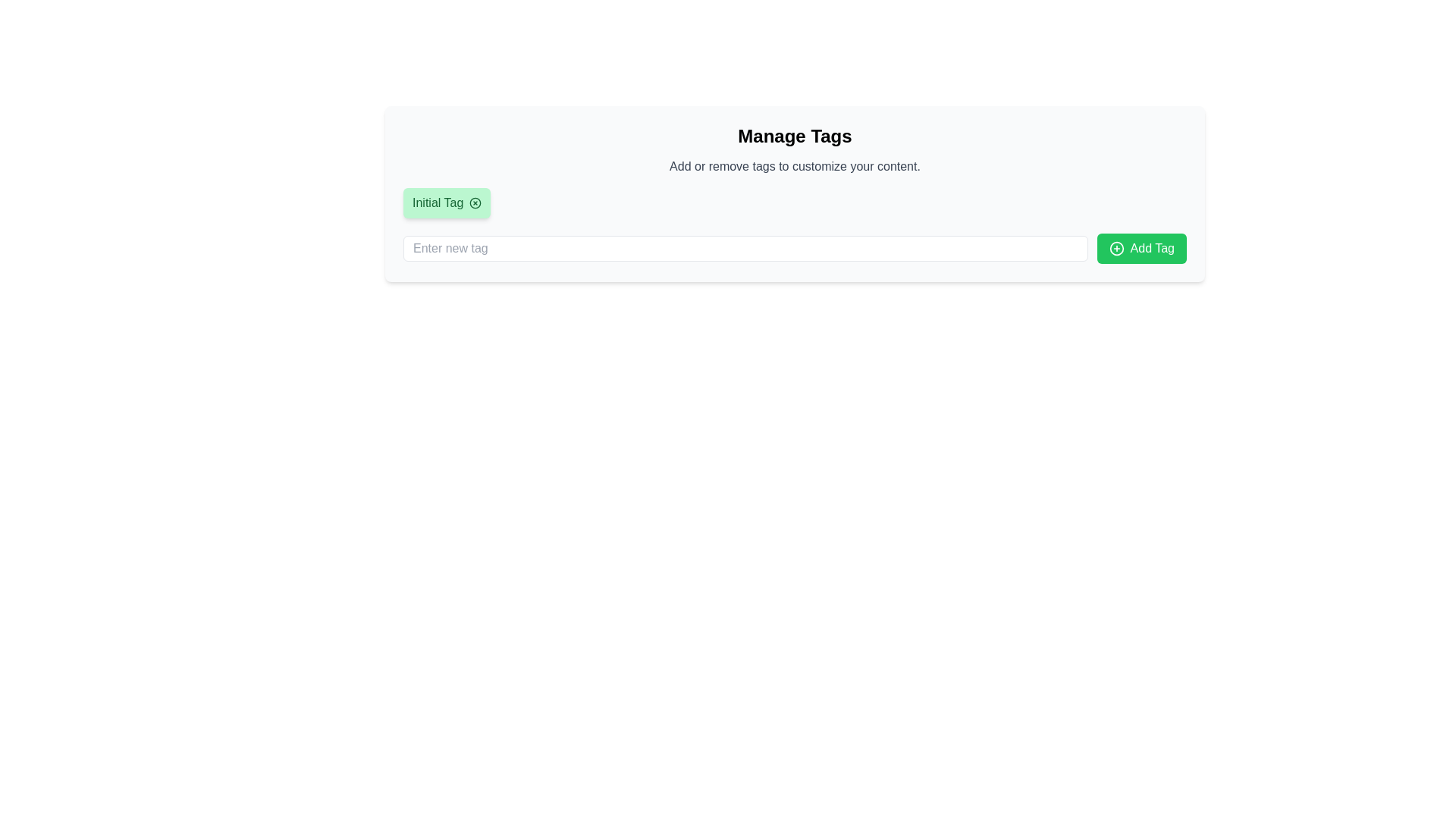 The height and width of the screenshot is (819, 1456). I want to click on the green rectangular button labeled 'Add Tag' with a plus sign icon, so click(1141, 247).